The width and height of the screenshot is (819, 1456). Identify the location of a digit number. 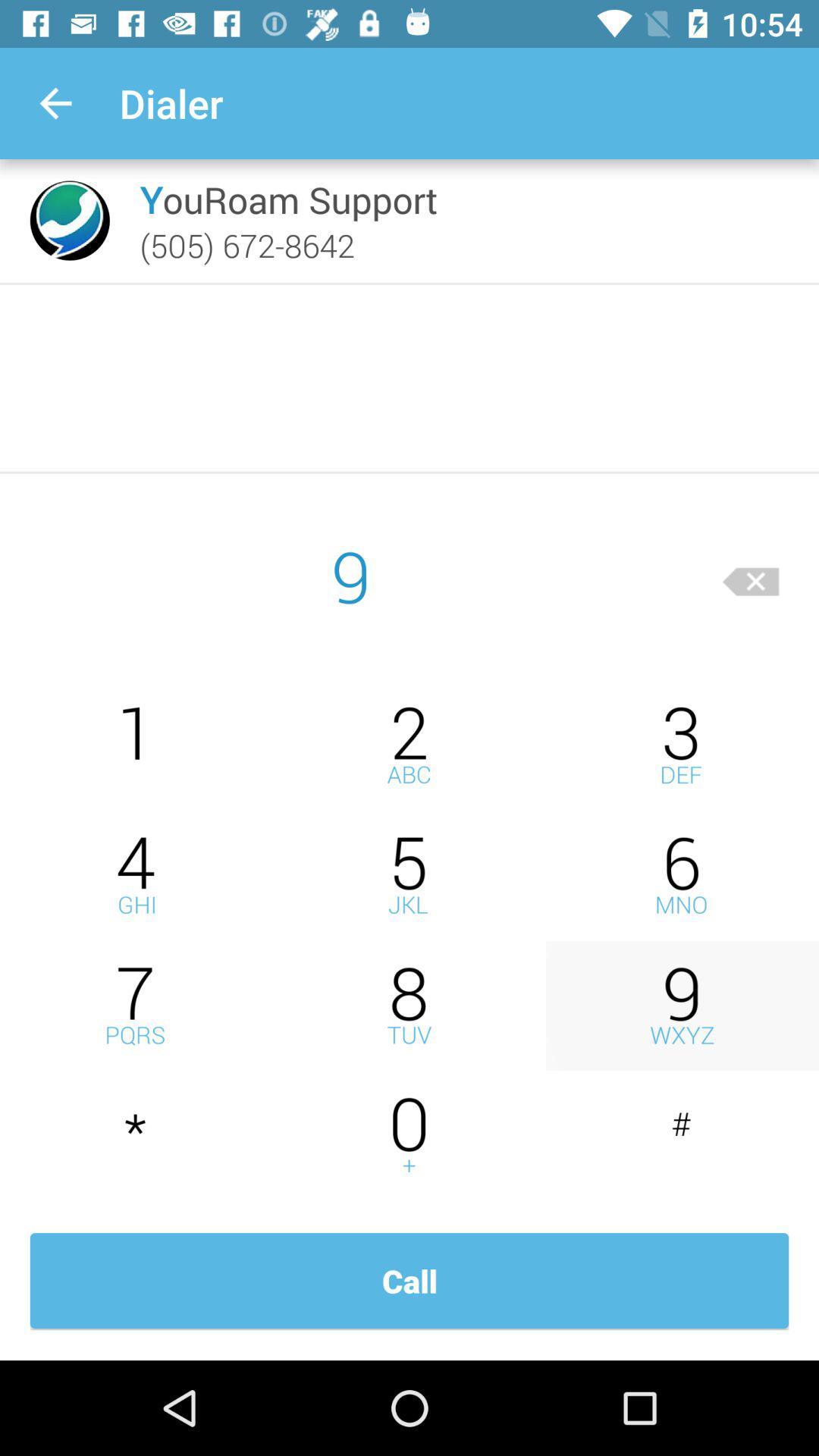
(681, 1006).